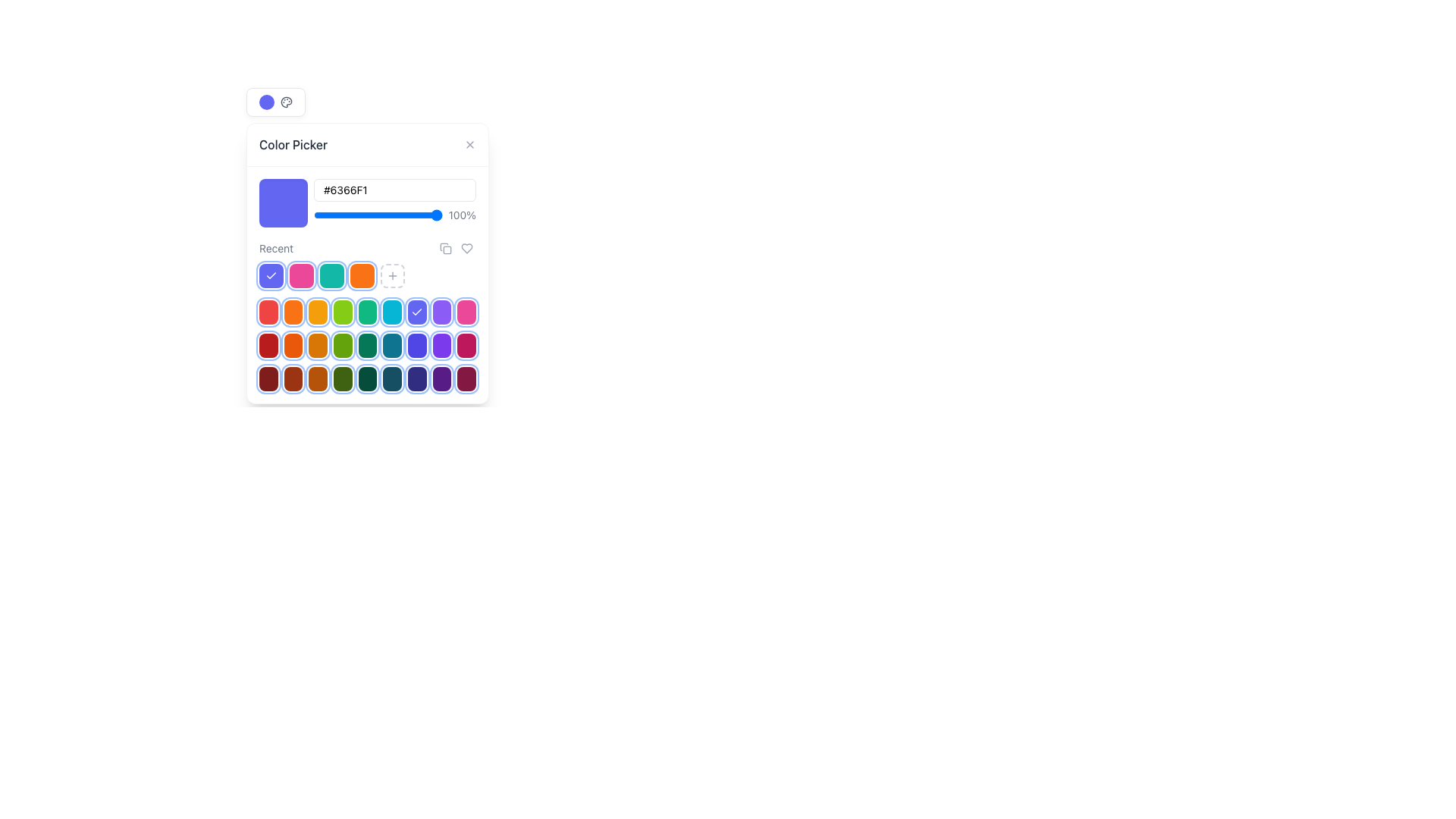 The width and height of the screenshot is (1456, 819). I want to click on the small, square button with a bold purple background located in the eighth position of the color options in the color picker dialogue to observe its interaction effect, so click(441, 345).